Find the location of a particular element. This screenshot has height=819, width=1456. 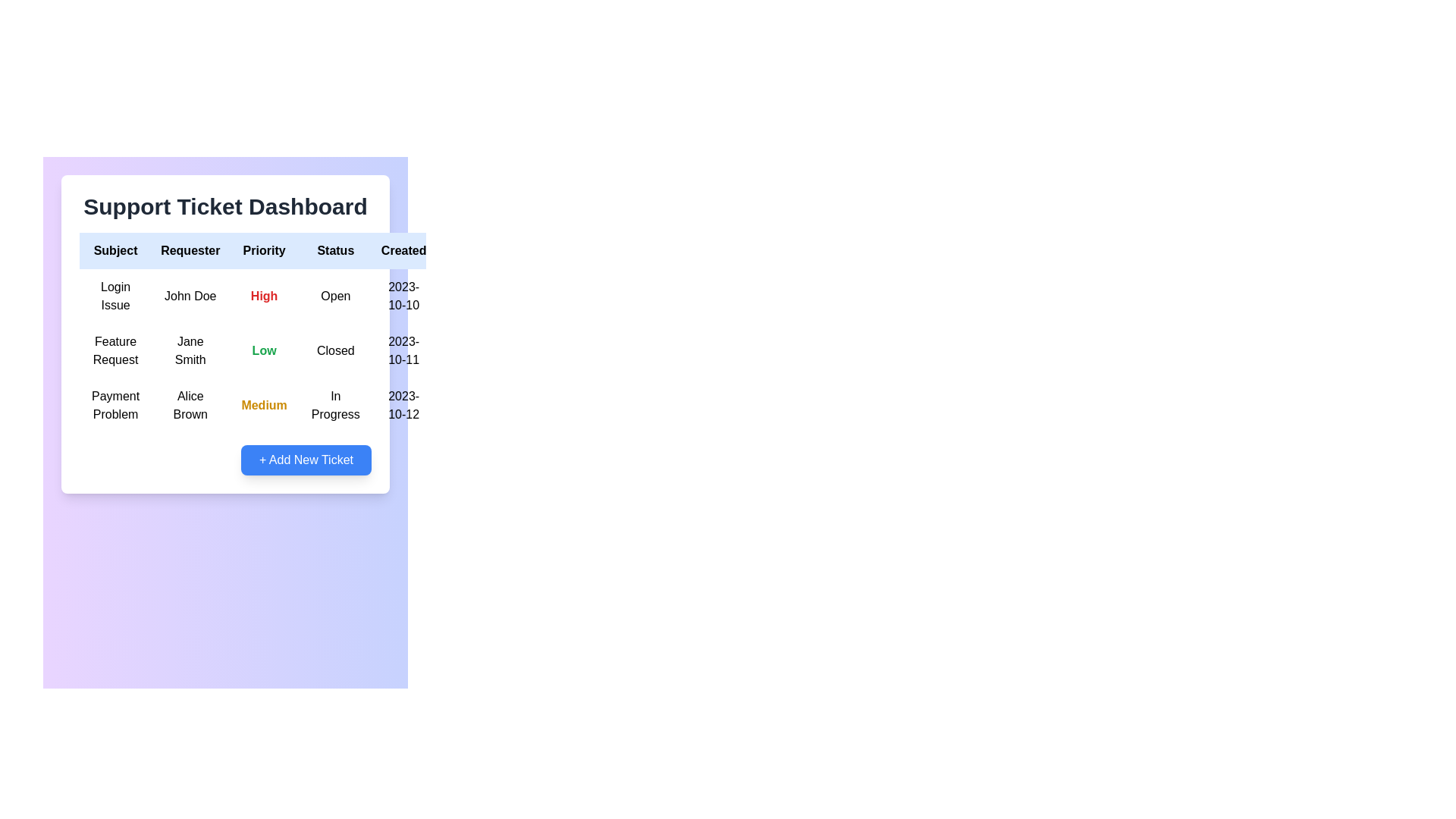

the Plain text element displaying 'In Progress' in the 'Status' column of the 'Payment Problem' row for requester 'Alice Brown' is located at coordinates (334, 405).